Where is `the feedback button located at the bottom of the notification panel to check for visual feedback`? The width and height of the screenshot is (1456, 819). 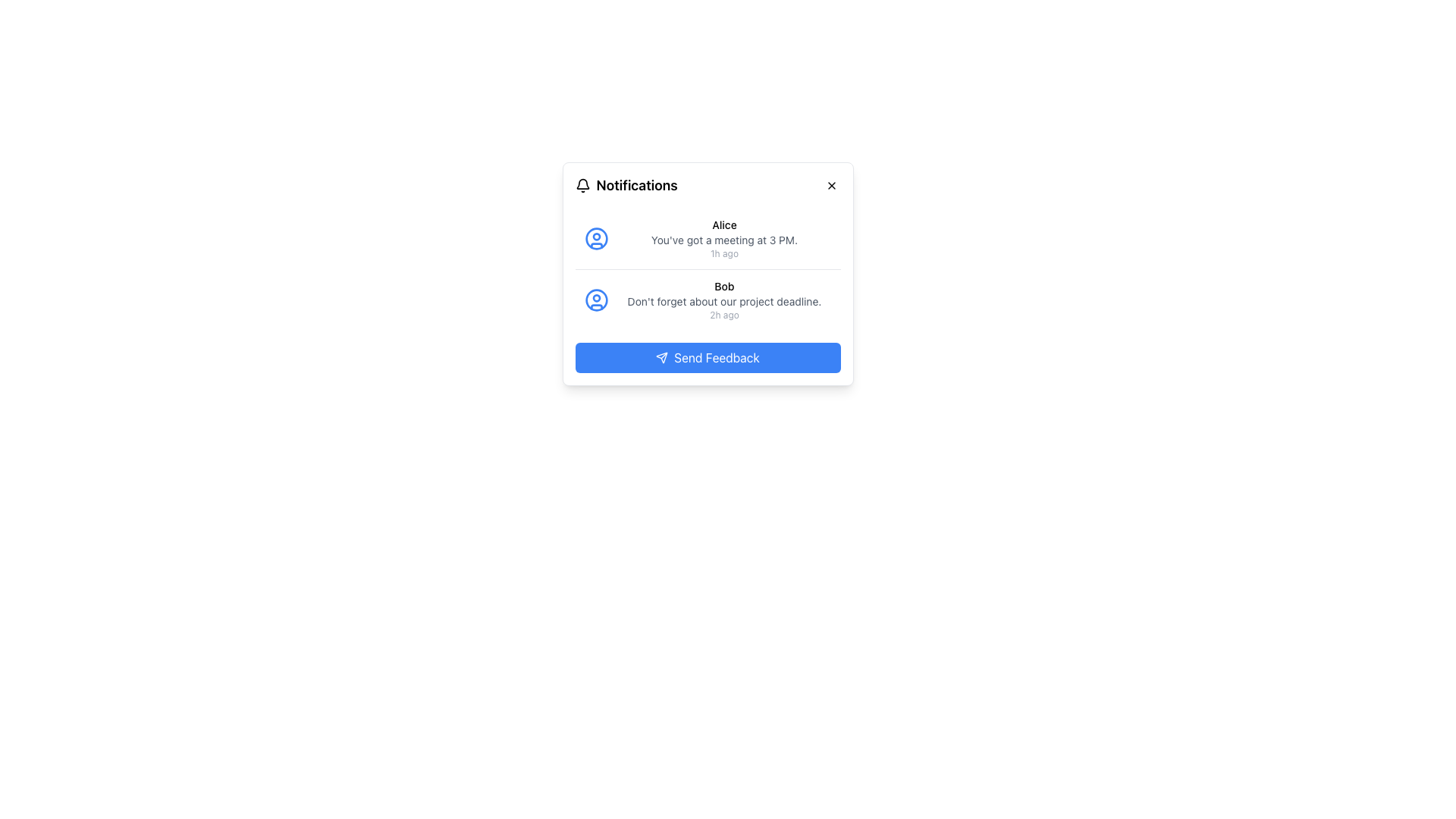 the feedback button located at the bottom of the notification panel to check for visual feedback is located at coordinates (707, 357).